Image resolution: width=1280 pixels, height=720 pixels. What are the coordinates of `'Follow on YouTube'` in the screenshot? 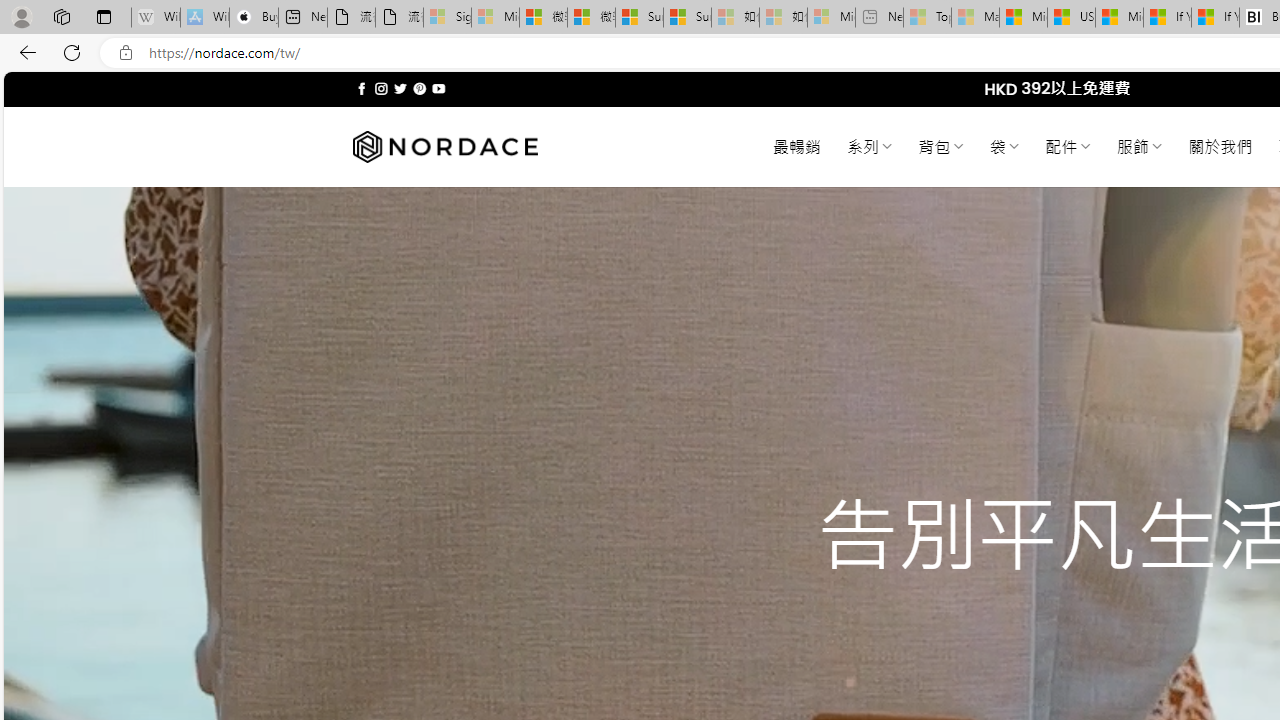 It's located at (438, 88).